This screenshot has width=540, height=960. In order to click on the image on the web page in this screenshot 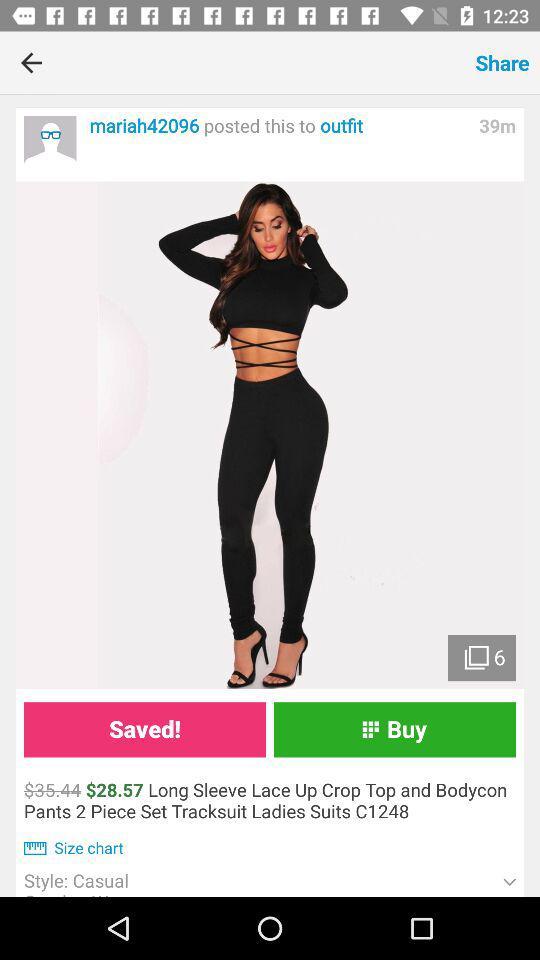, I will do `click(270, 435)`.